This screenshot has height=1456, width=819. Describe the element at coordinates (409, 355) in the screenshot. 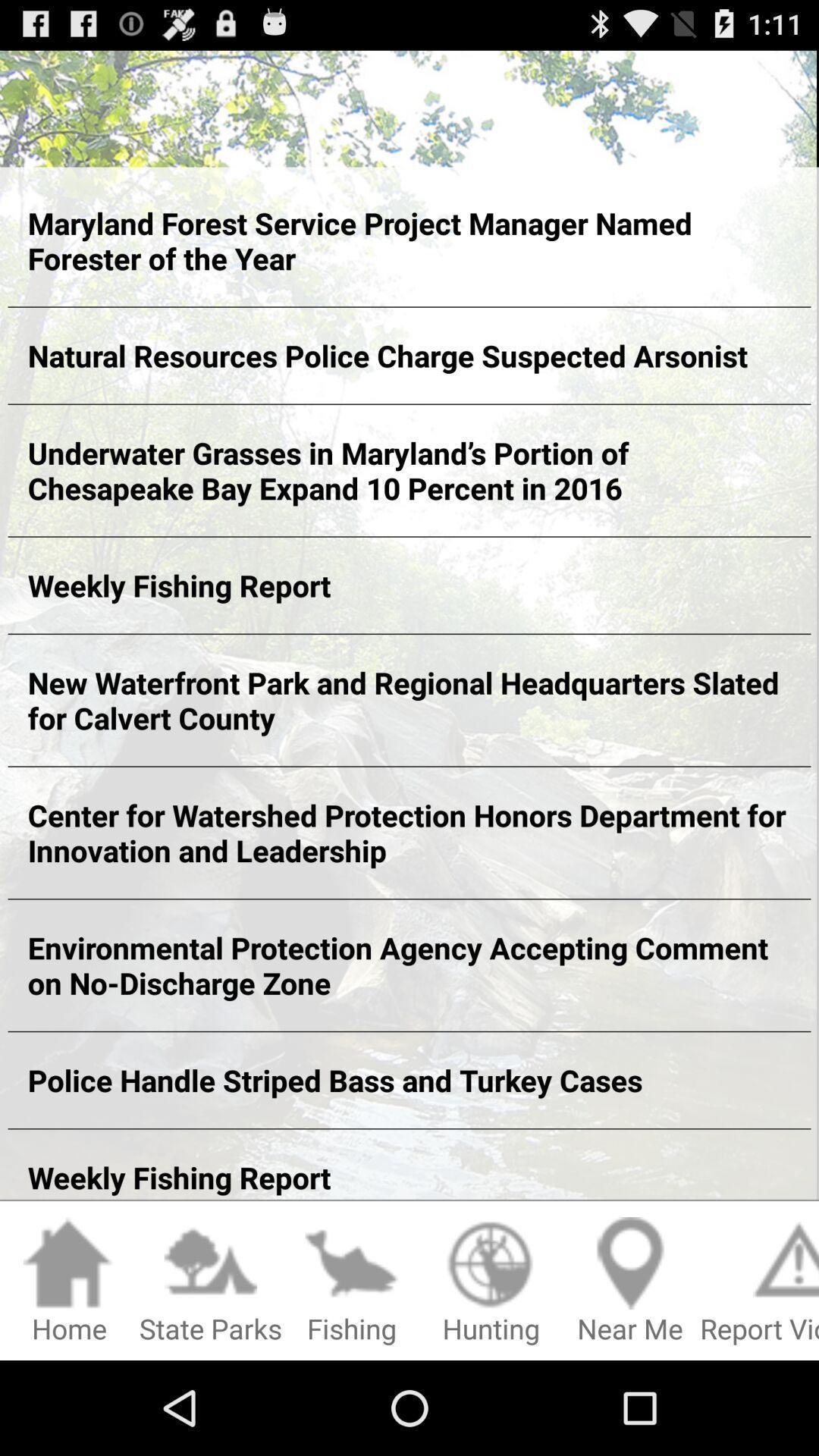

I see `item below the maryland forest service` at that location.